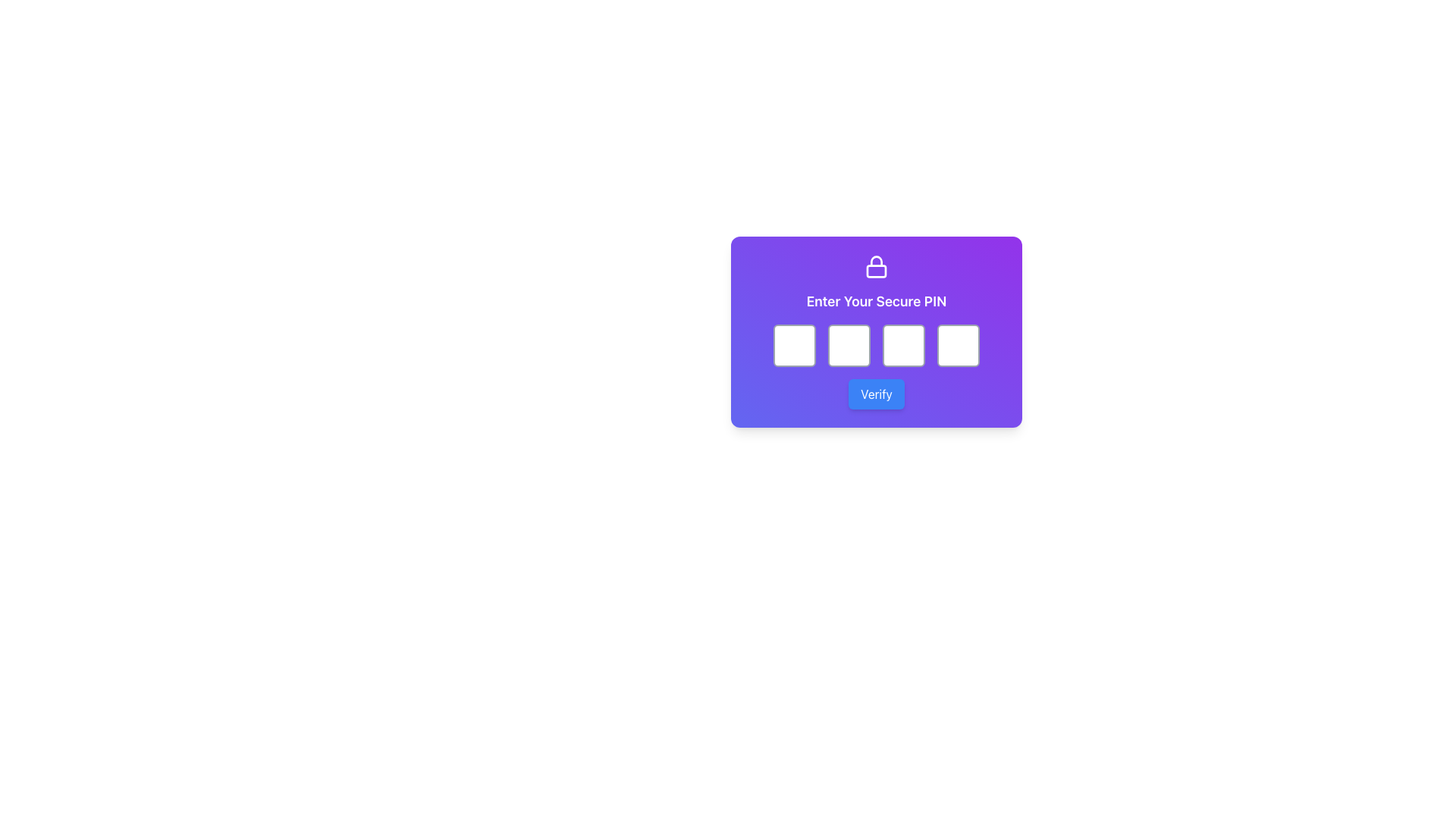 Image resolution: width=1456 pixels, height=819 pixels. I want to click on the lock icon, which serves as a visual indicator for security, located at the top center of the dialog above the 'Enter Your Secure PIN' text, so click(877, 265).